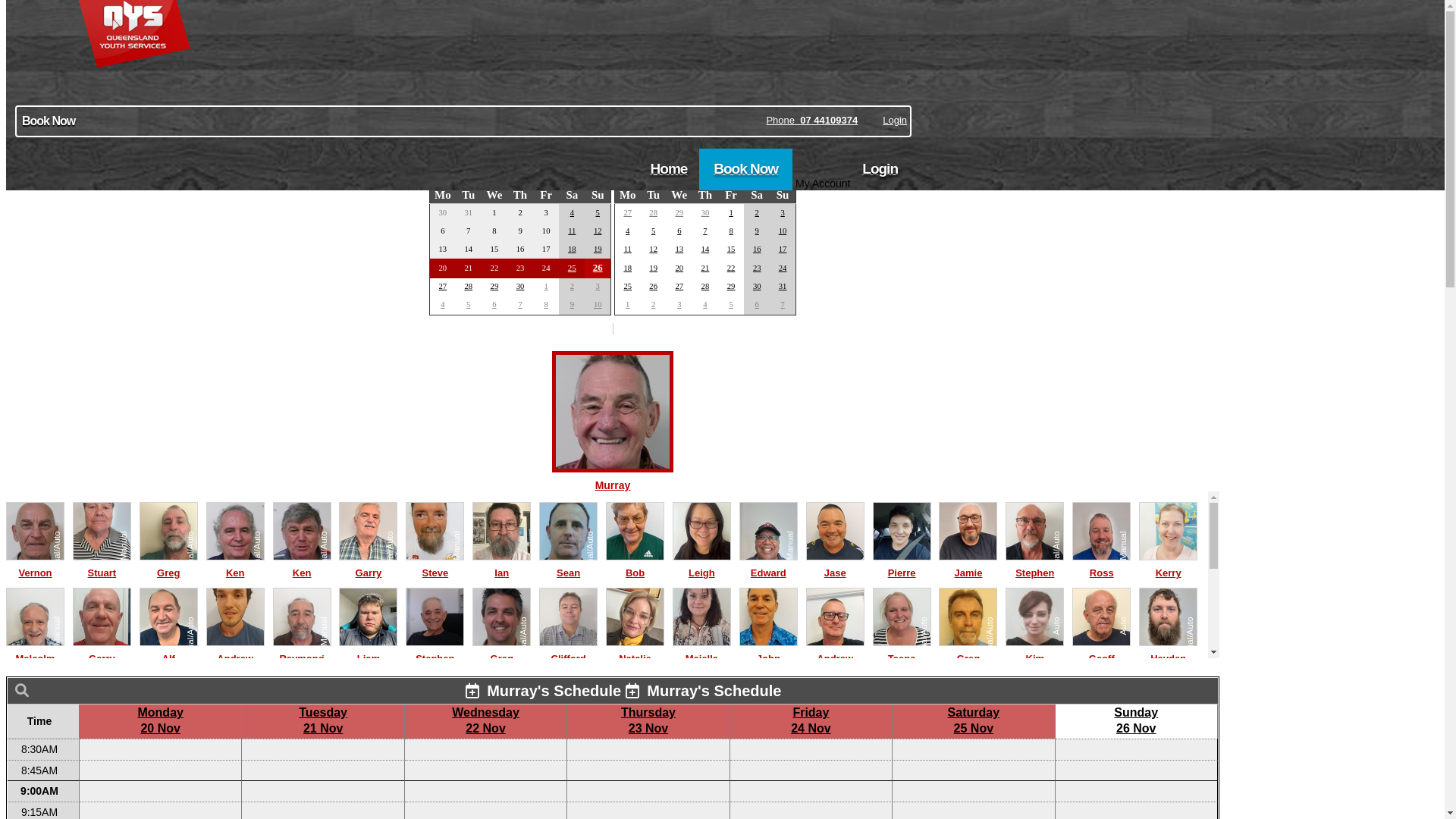 This screenshot has width=1456, height=819. Describe the element at coordinates (627, 231) in the screenshot. I see `'4'` at that location.